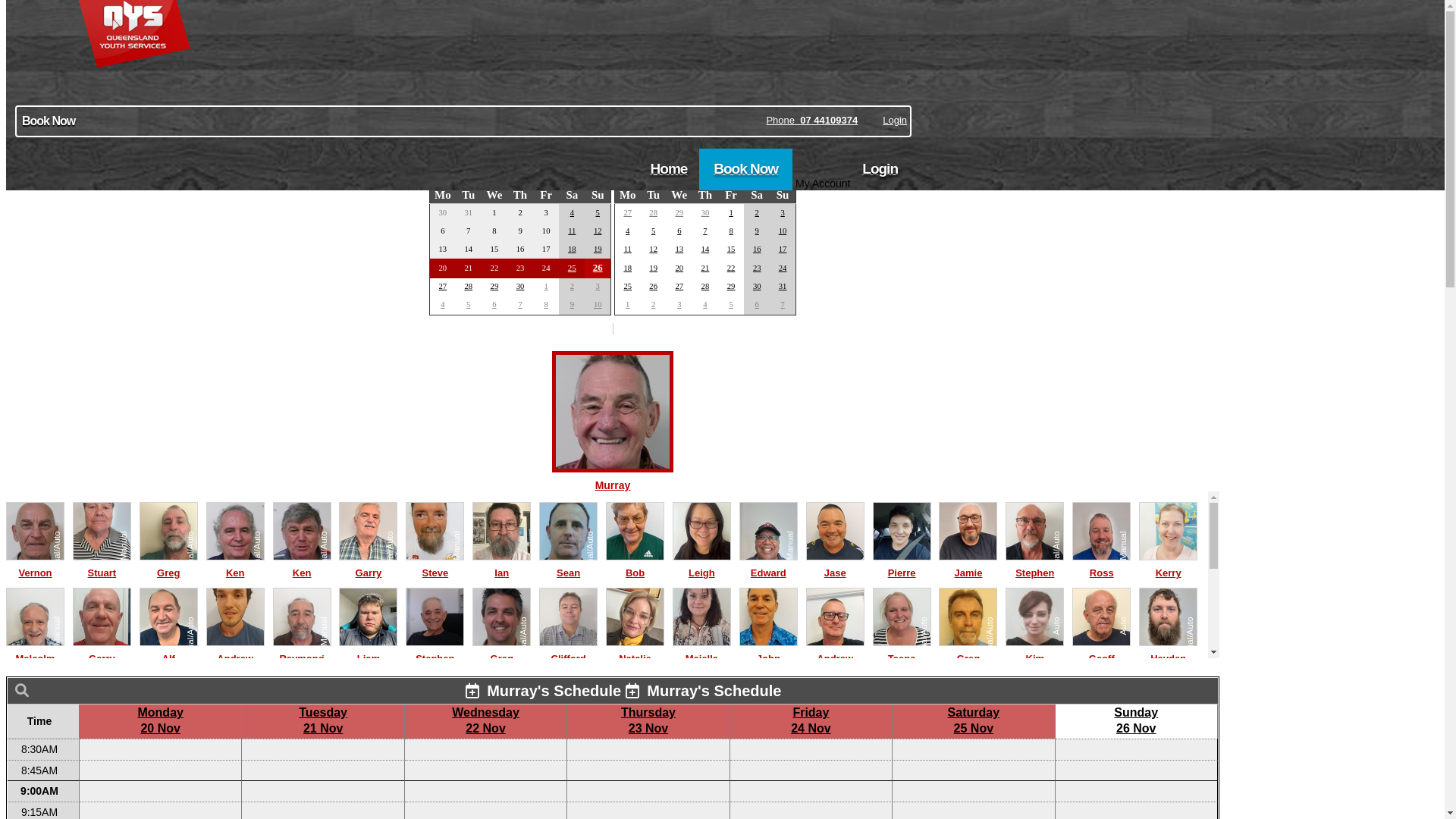 This screenshot has width=1456, height=819. Describe the element at coordinates (627, 231) in the screenshot. I see `'4'` at that location.